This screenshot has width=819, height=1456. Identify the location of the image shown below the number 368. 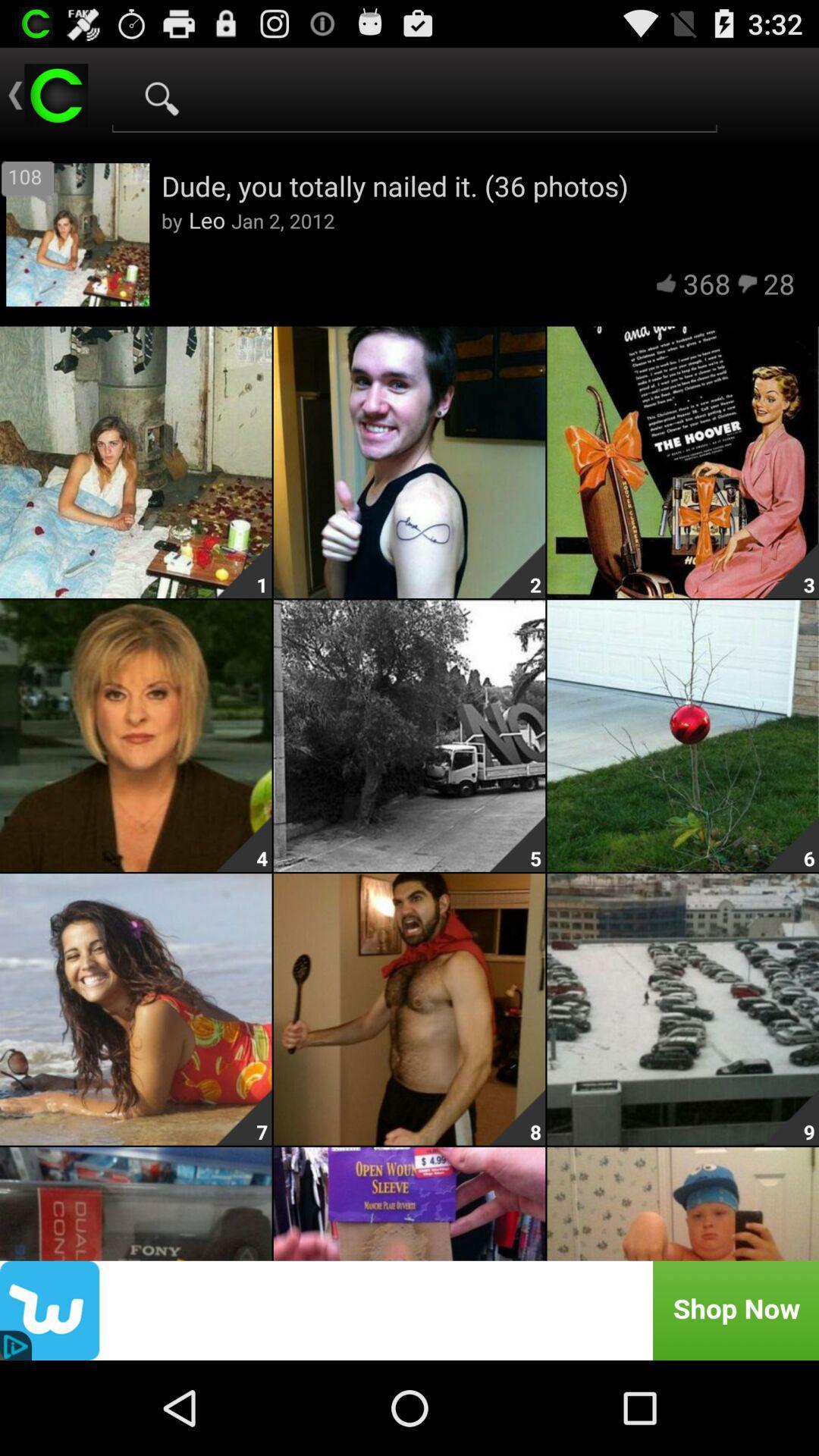
(683, 461).